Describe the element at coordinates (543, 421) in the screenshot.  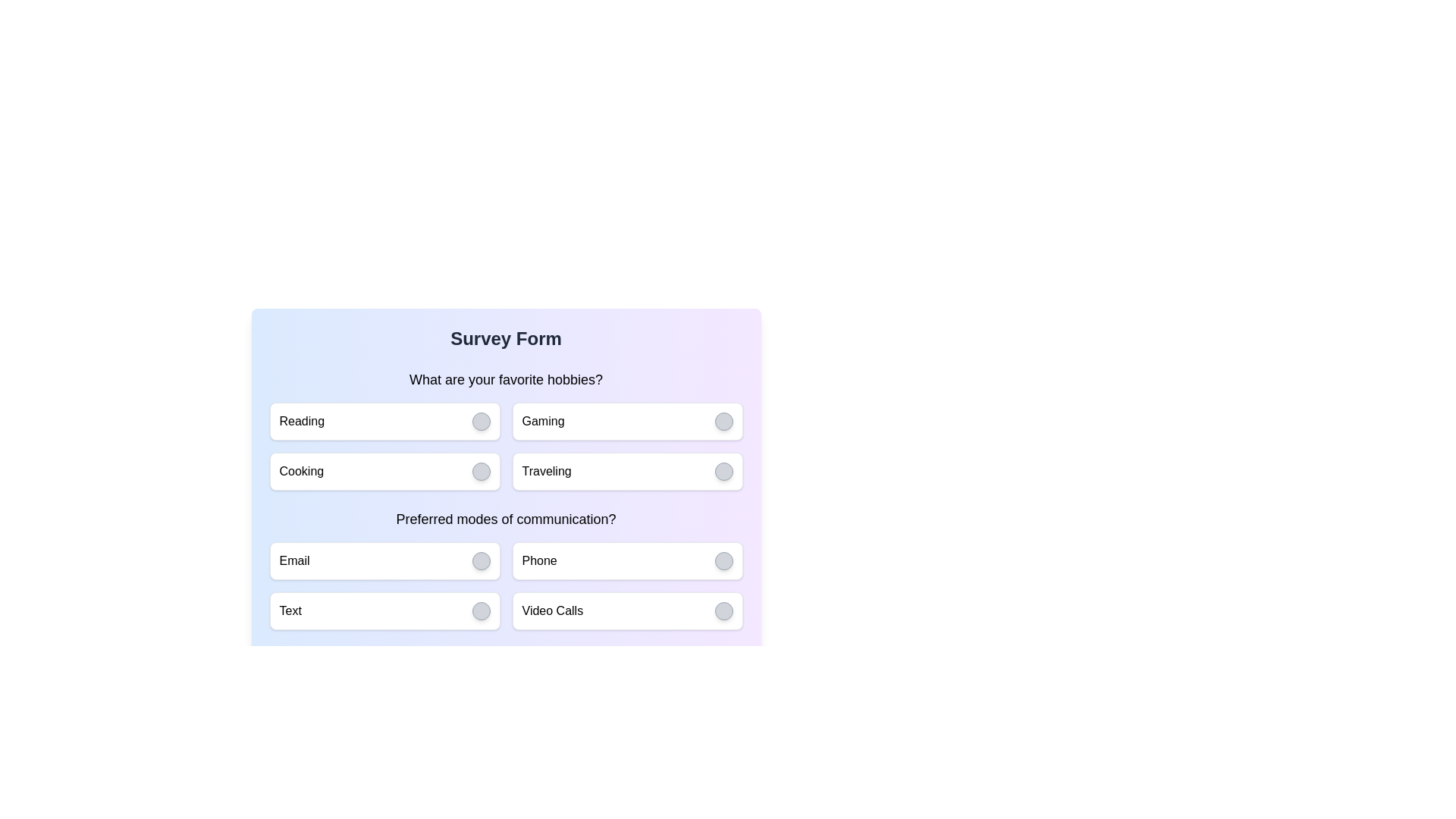
I see `the static text label indicating 'Gaming' in the survey form, which is positioned to the left of a circular interactive button` at that location.